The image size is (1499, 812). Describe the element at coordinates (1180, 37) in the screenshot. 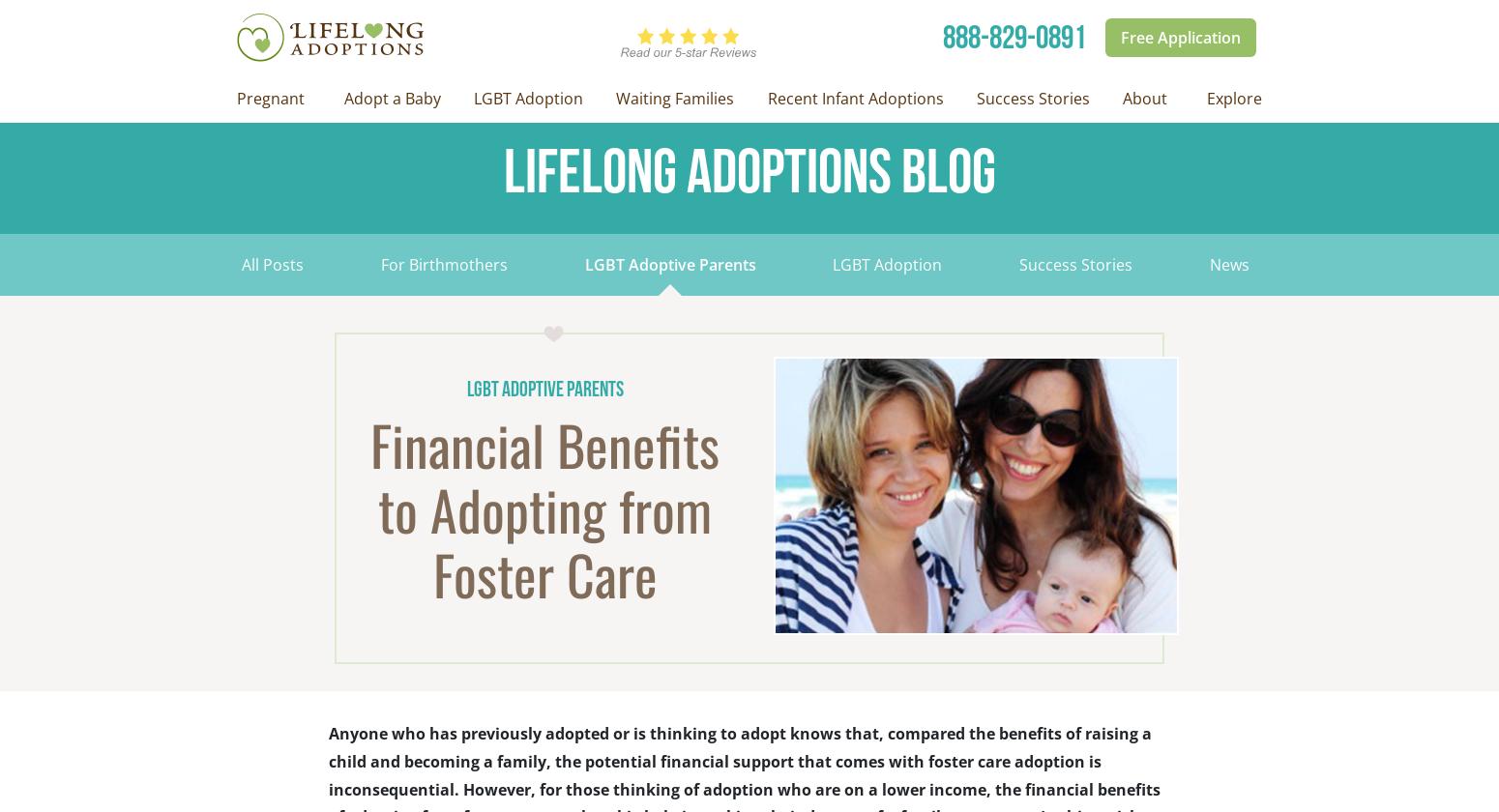

I see `'Free Application'` at that location.